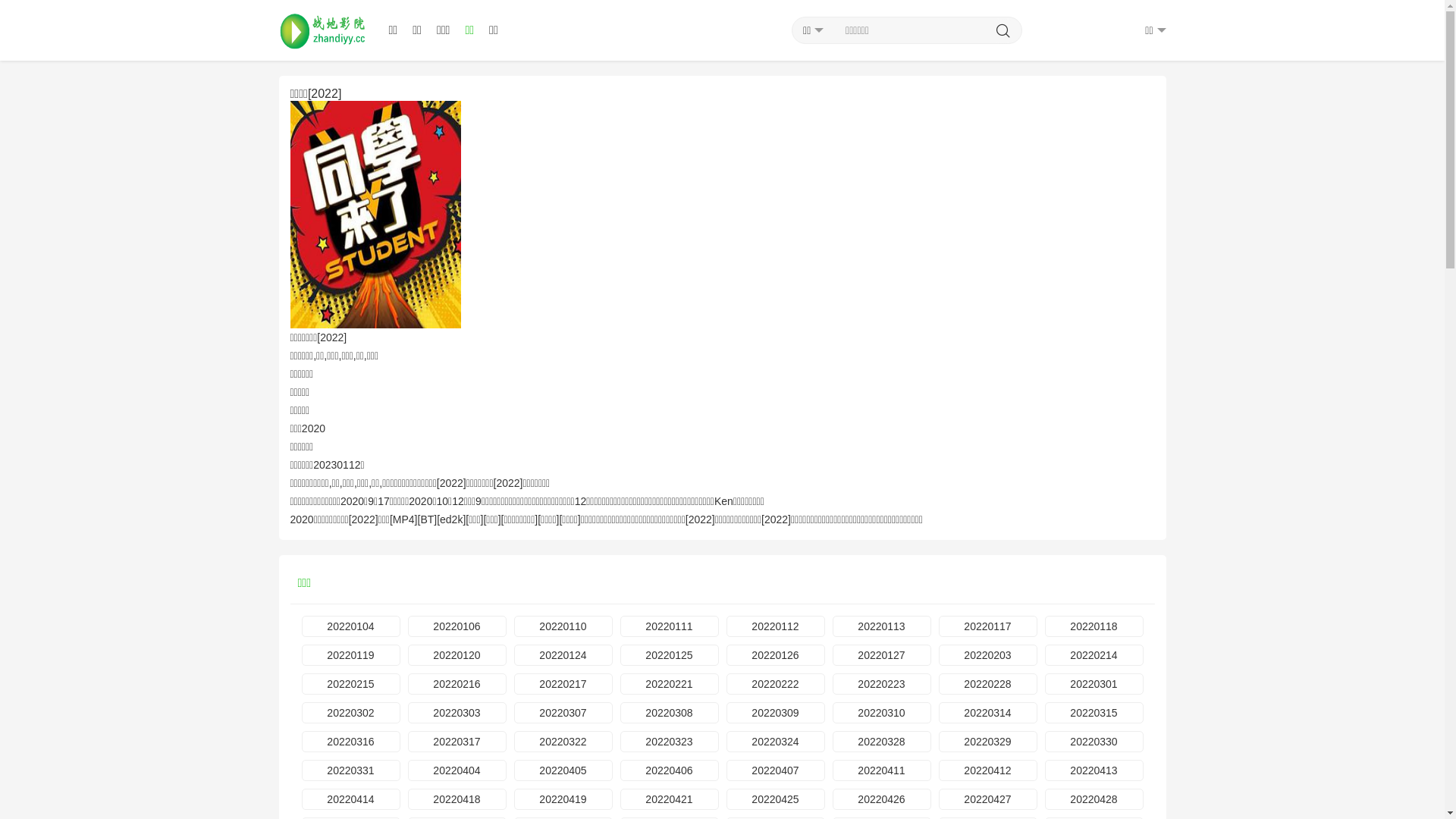  What do you see at coordinates (1094, 654) in the screenshot?
I see `'20220214'` at bounding box center [1094, 654].